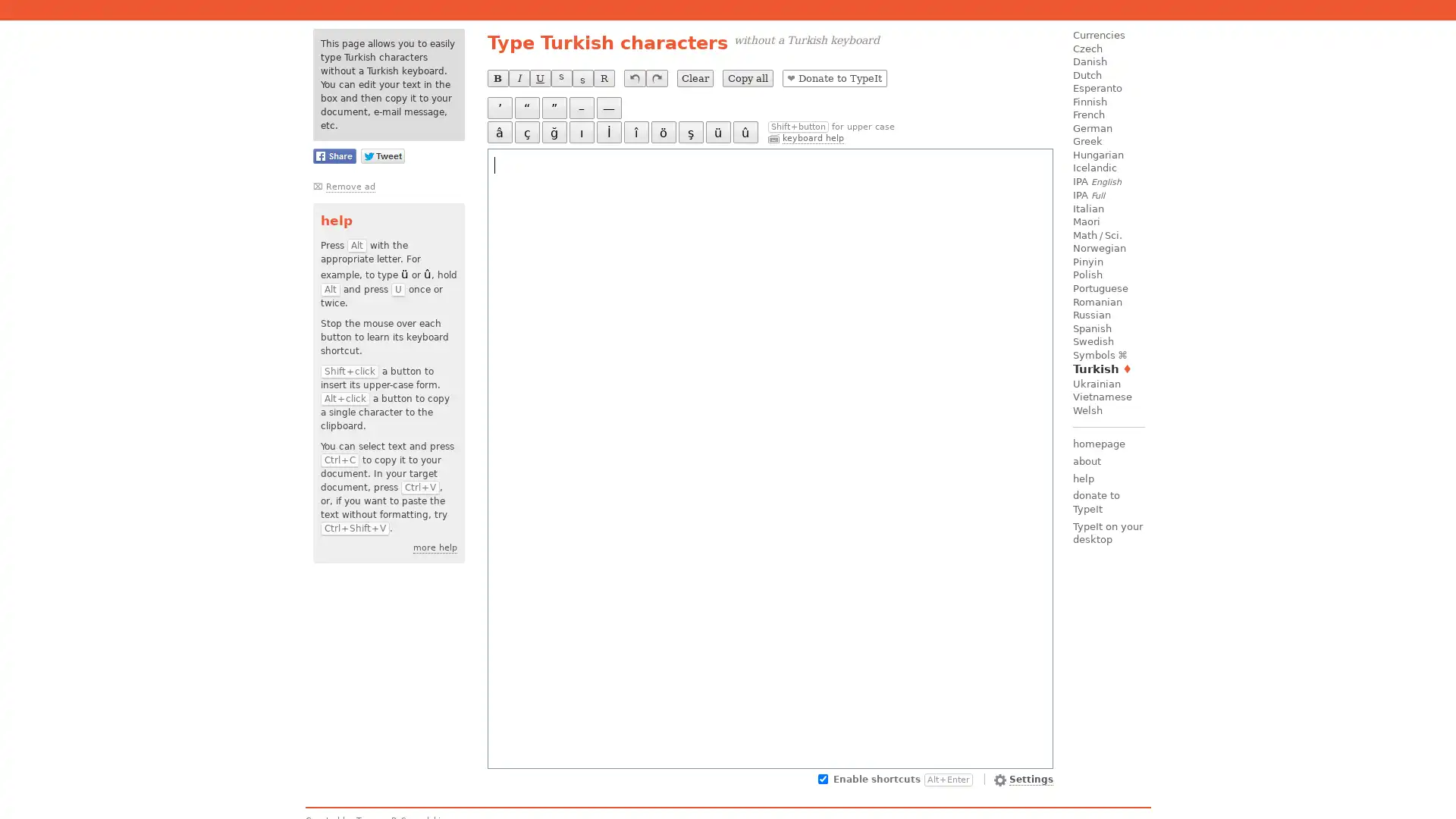 The height and width of the screenshot is (819, 1456). Describe the element at coordinates (656, 78) in the screenshot. I see `redo last undone operation (Ctrl+Y)` at that location.